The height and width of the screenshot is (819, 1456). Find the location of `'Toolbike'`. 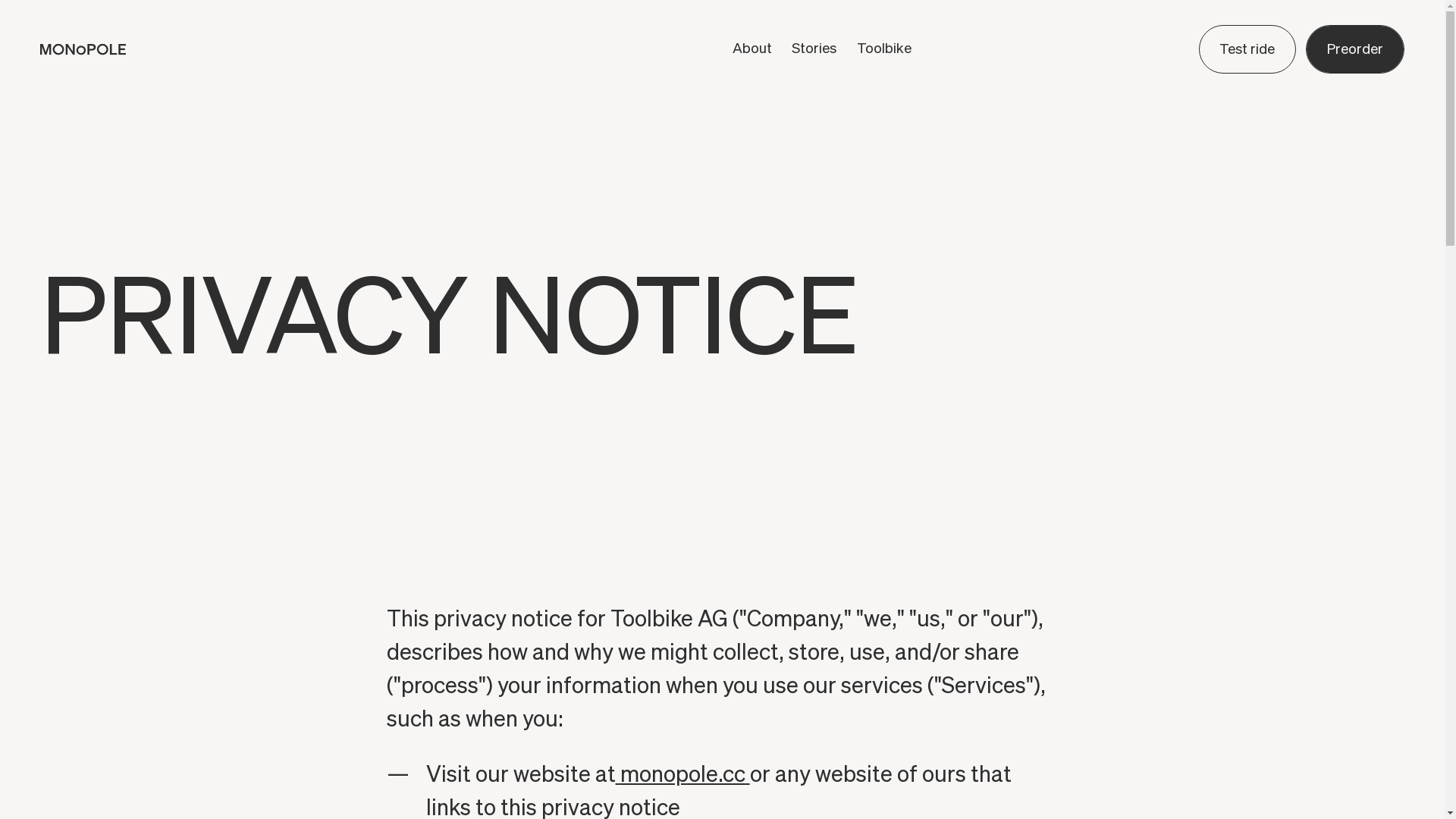

'Toolbike' is located at coordinates (884, 48).